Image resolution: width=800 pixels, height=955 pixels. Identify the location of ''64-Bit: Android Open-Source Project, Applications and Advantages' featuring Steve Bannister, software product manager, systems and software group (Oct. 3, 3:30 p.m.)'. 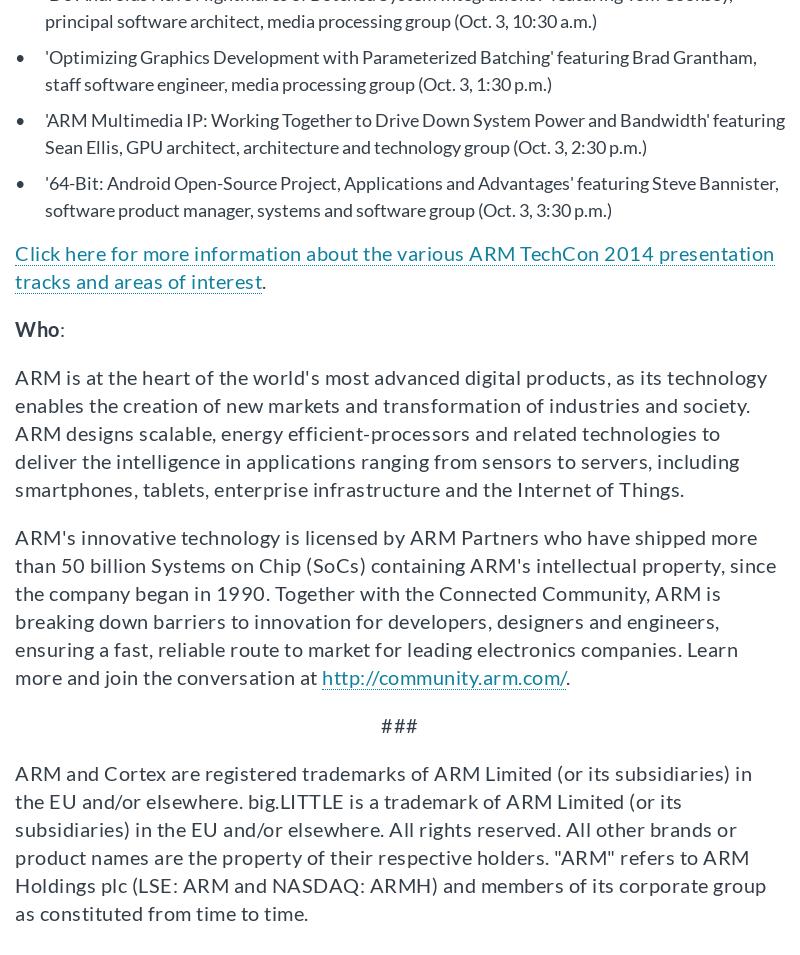
(44, 196).